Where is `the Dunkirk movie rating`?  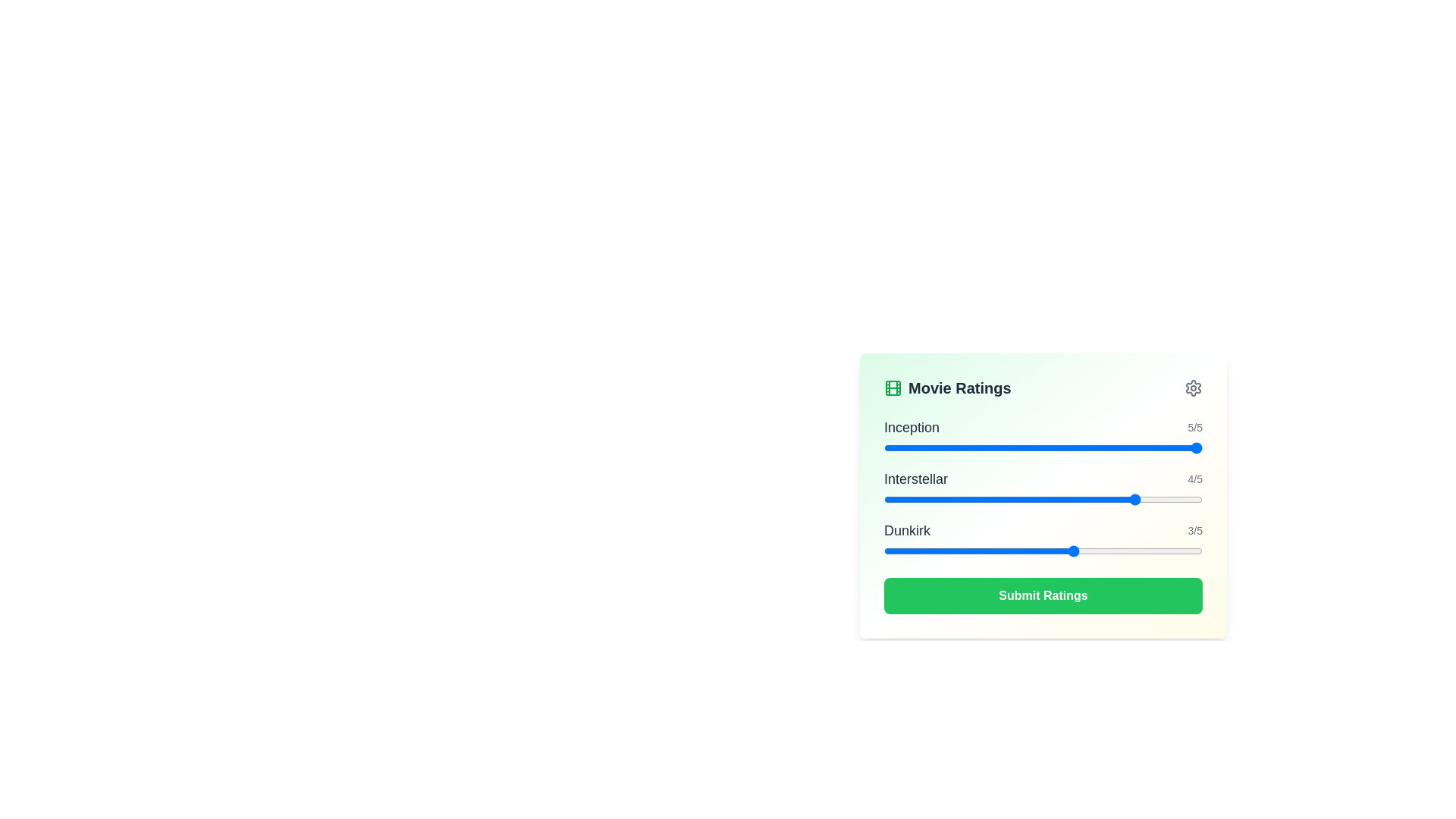 the Dunkirk movie rating is located at coordinates (1139, 551).